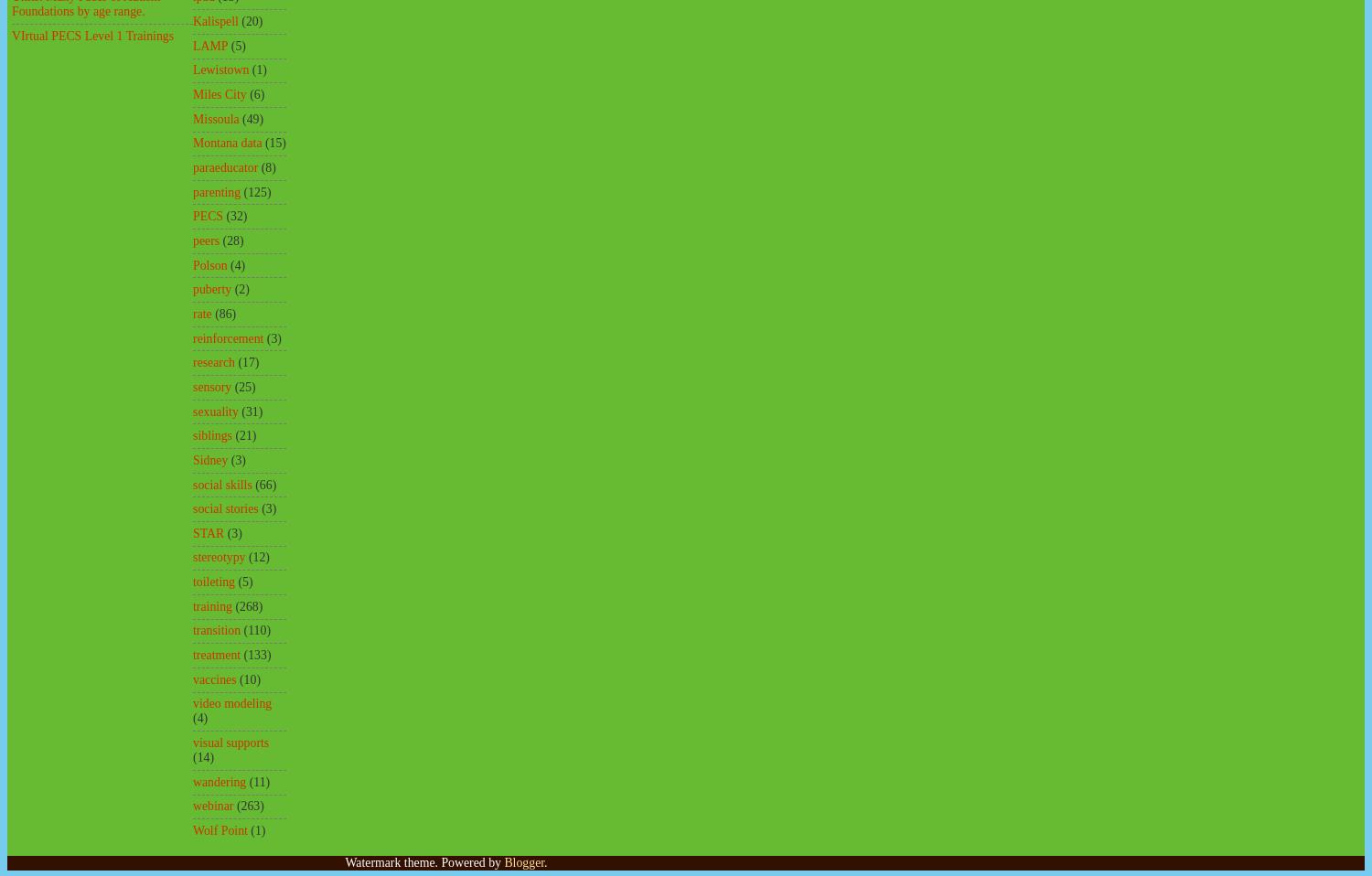 Image resolution: width=1372 pixels, height=876 pixels. I want to click on '(20)', so click(252, 20).